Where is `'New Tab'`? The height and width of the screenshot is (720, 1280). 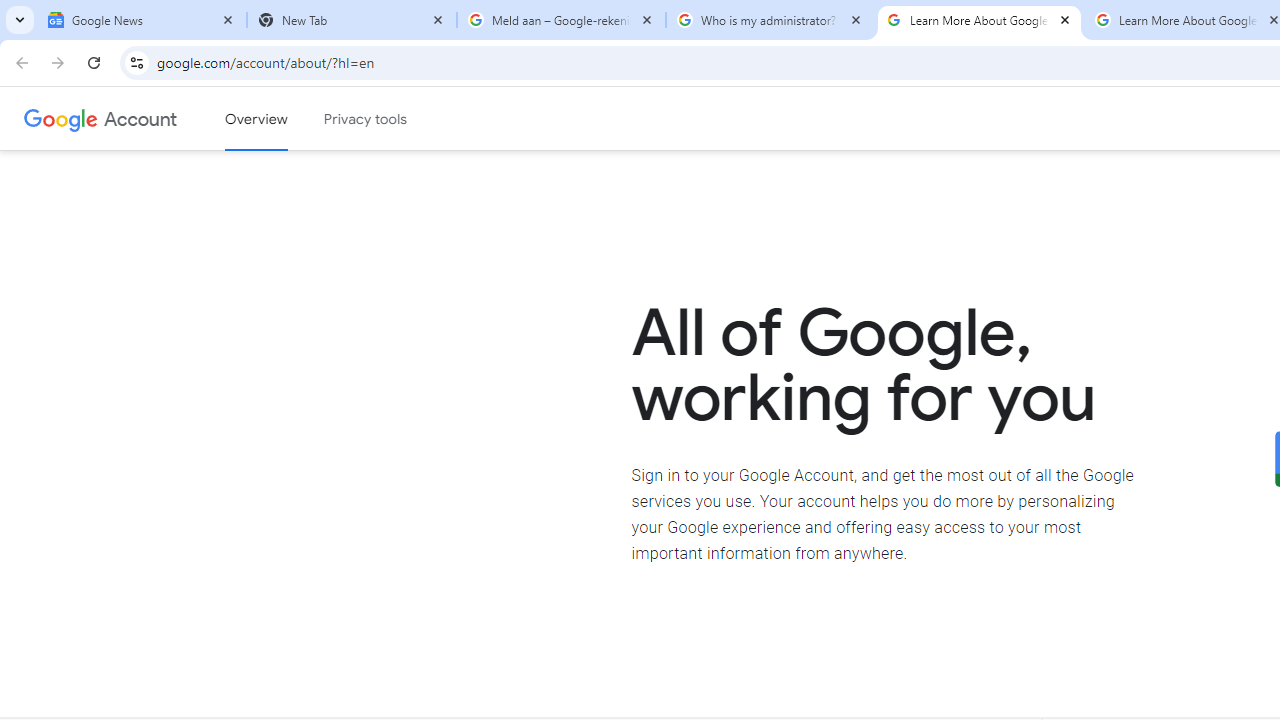
'New Tab' is located at coordinates (352, 20).